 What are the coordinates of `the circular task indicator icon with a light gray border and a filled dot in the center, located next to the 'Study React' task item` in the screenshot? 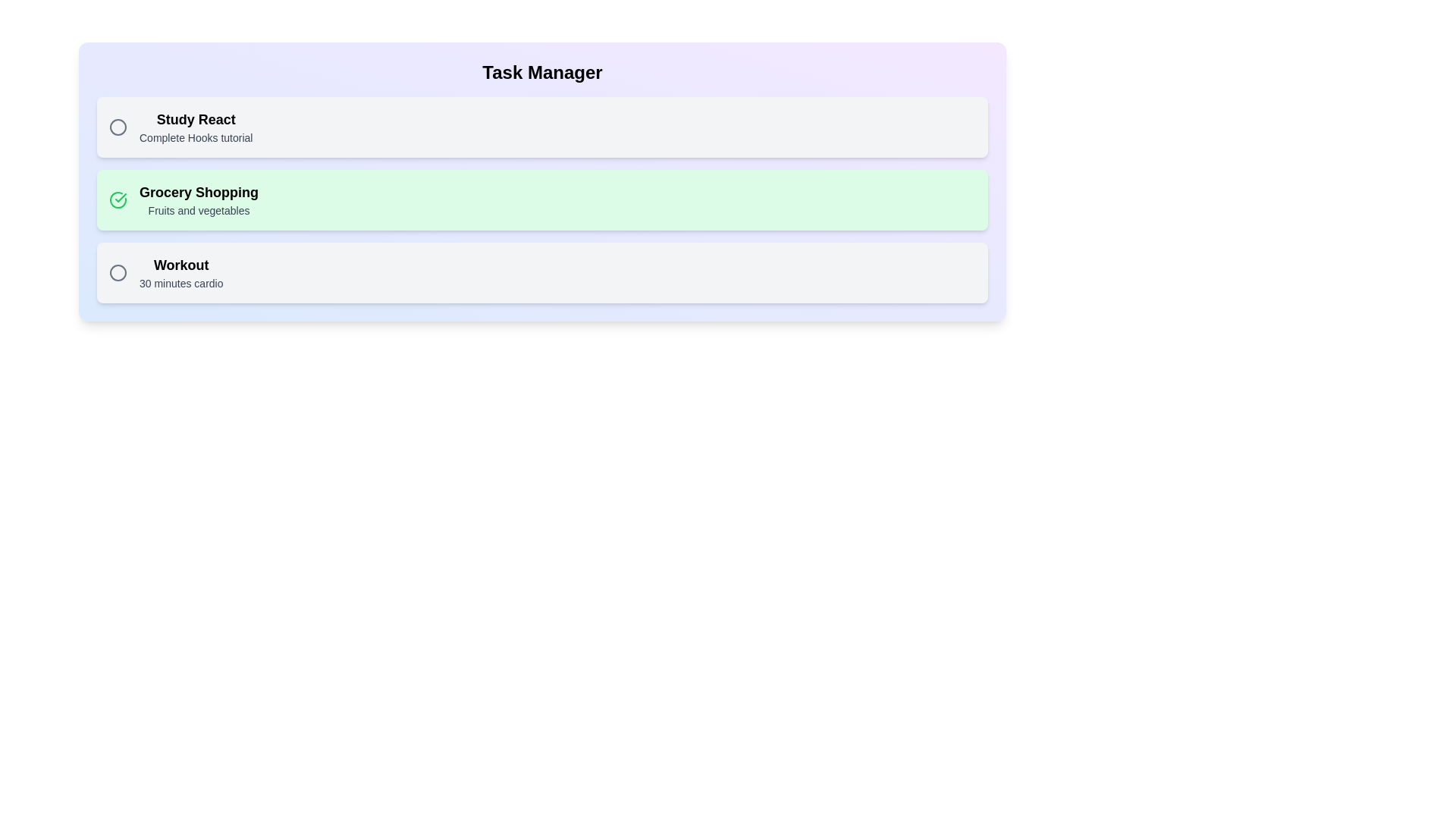 It's located at (118, 127).